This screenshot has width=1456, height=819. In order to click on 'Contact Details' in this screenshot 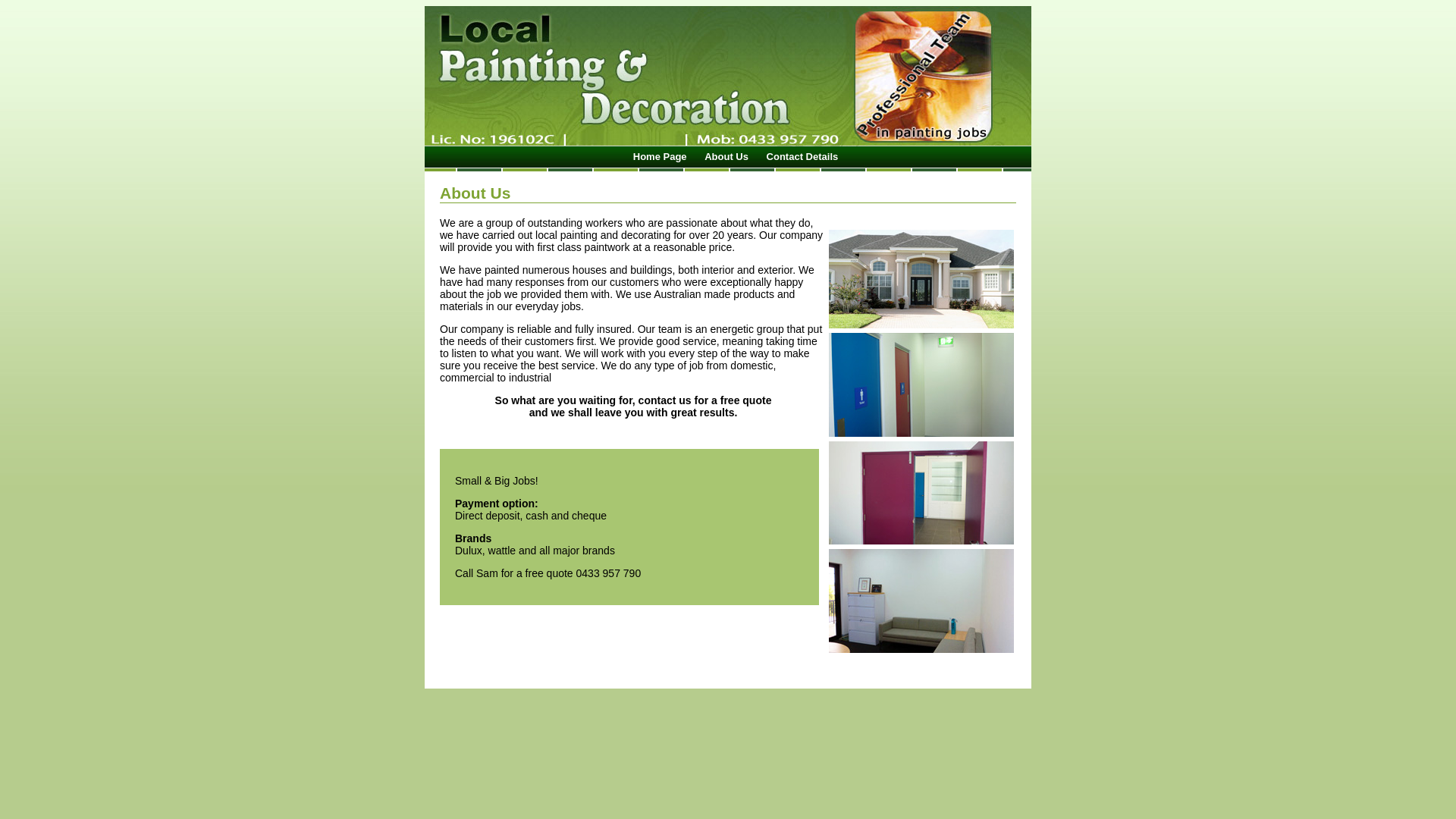, I will do `click(802, 156)`.